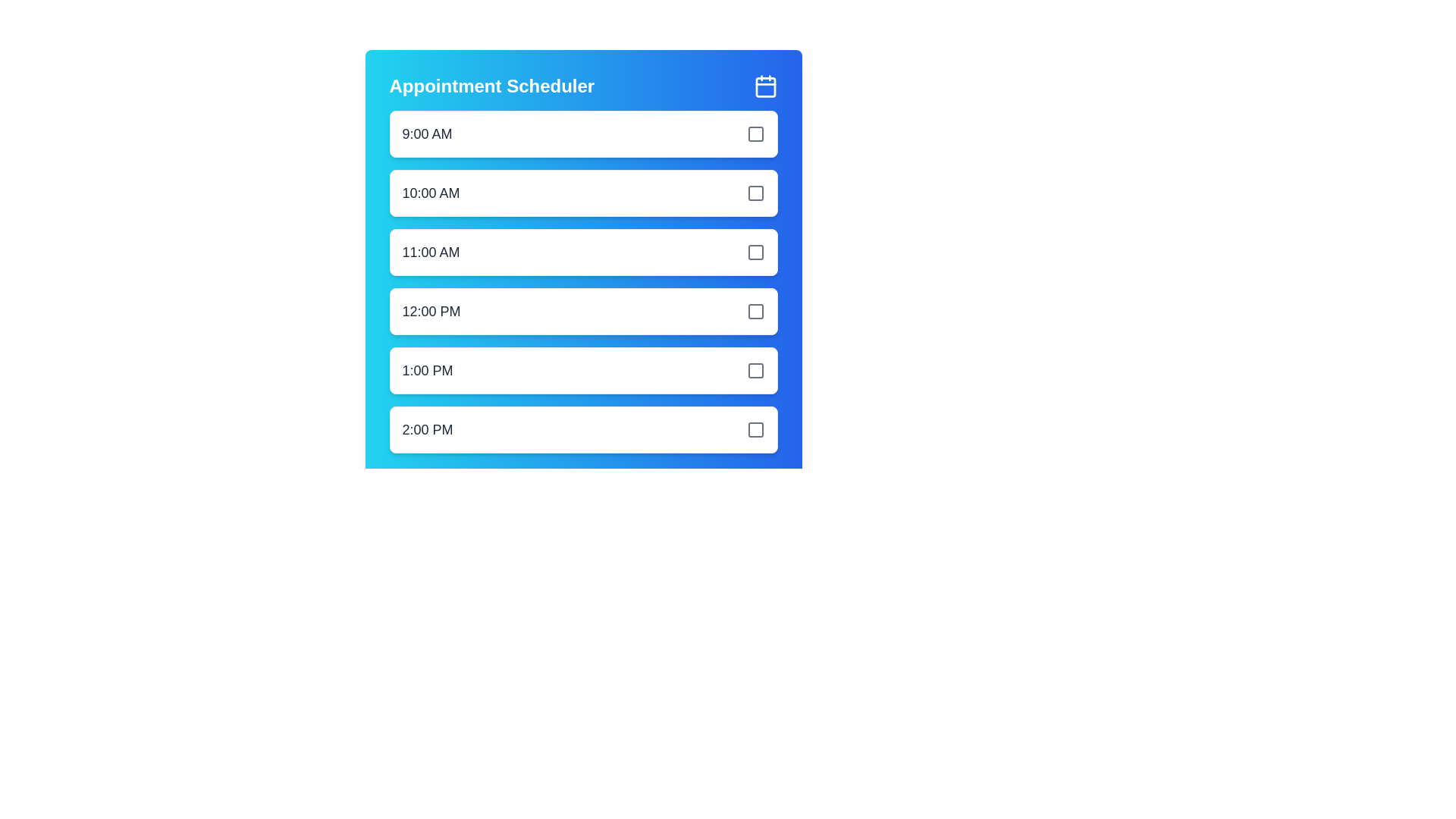  Describe the element at coordinates (582, 86) in the screenshot. I see `the header of the appointment scheduler to view its details` at that location.